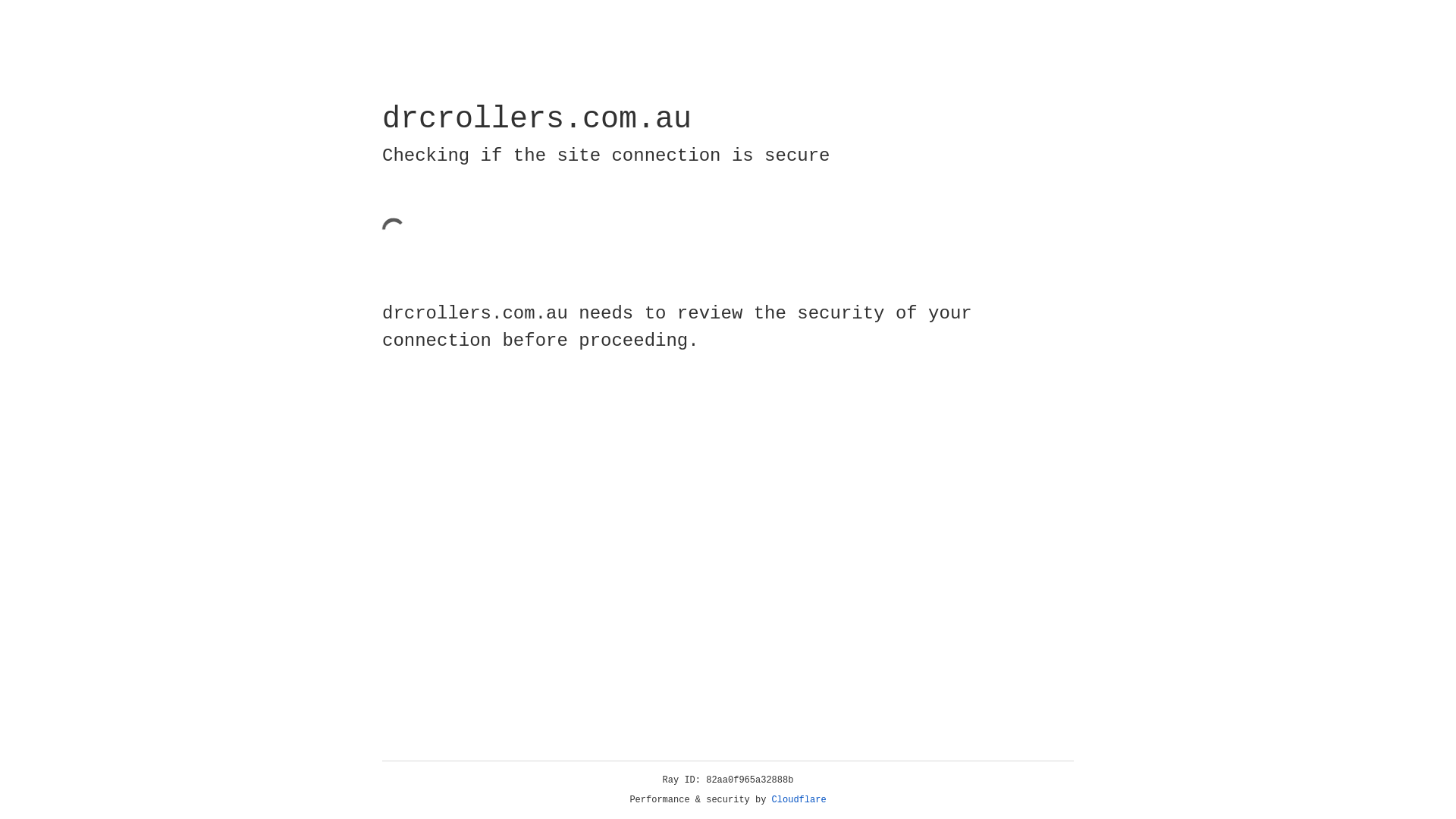 The image size is (1456, 819). I want to click on 'Cloudflare', so click(771, 799).